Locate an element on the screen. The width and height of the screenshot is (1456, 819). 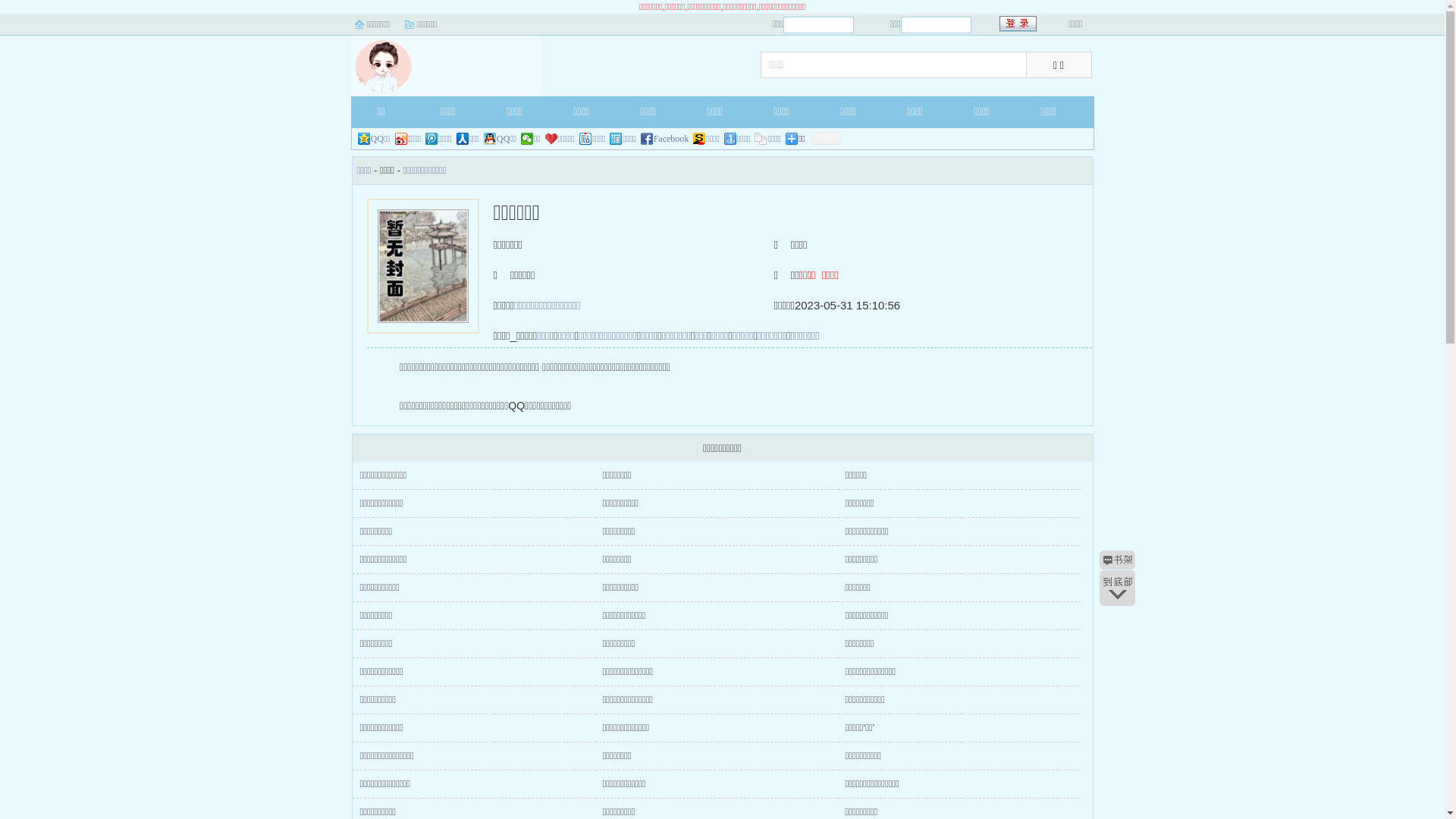
'Facebook' is located at coordinates (640, 138).